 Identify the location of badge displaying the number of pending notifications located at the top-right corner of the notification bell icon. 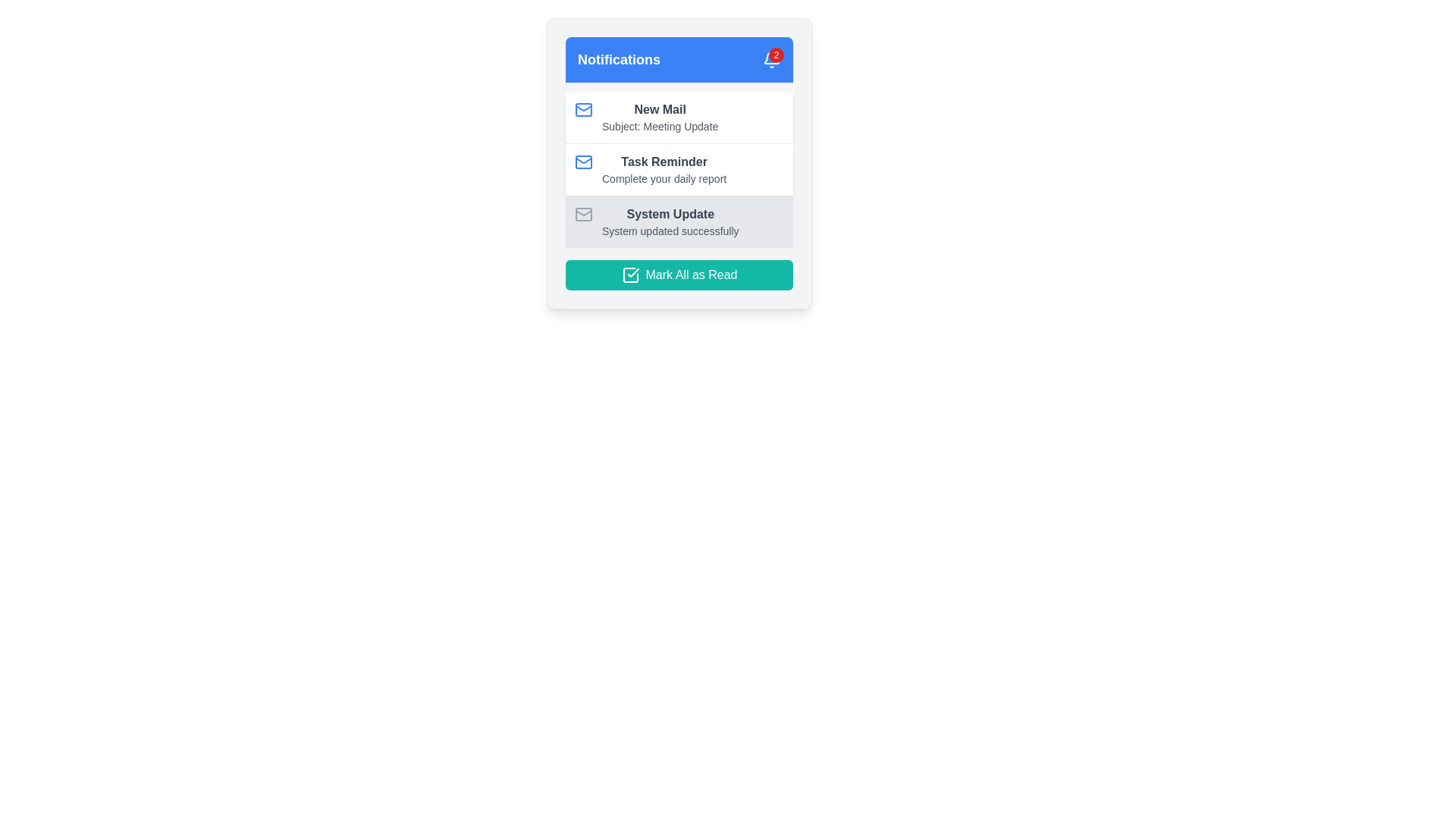
(776, 55).